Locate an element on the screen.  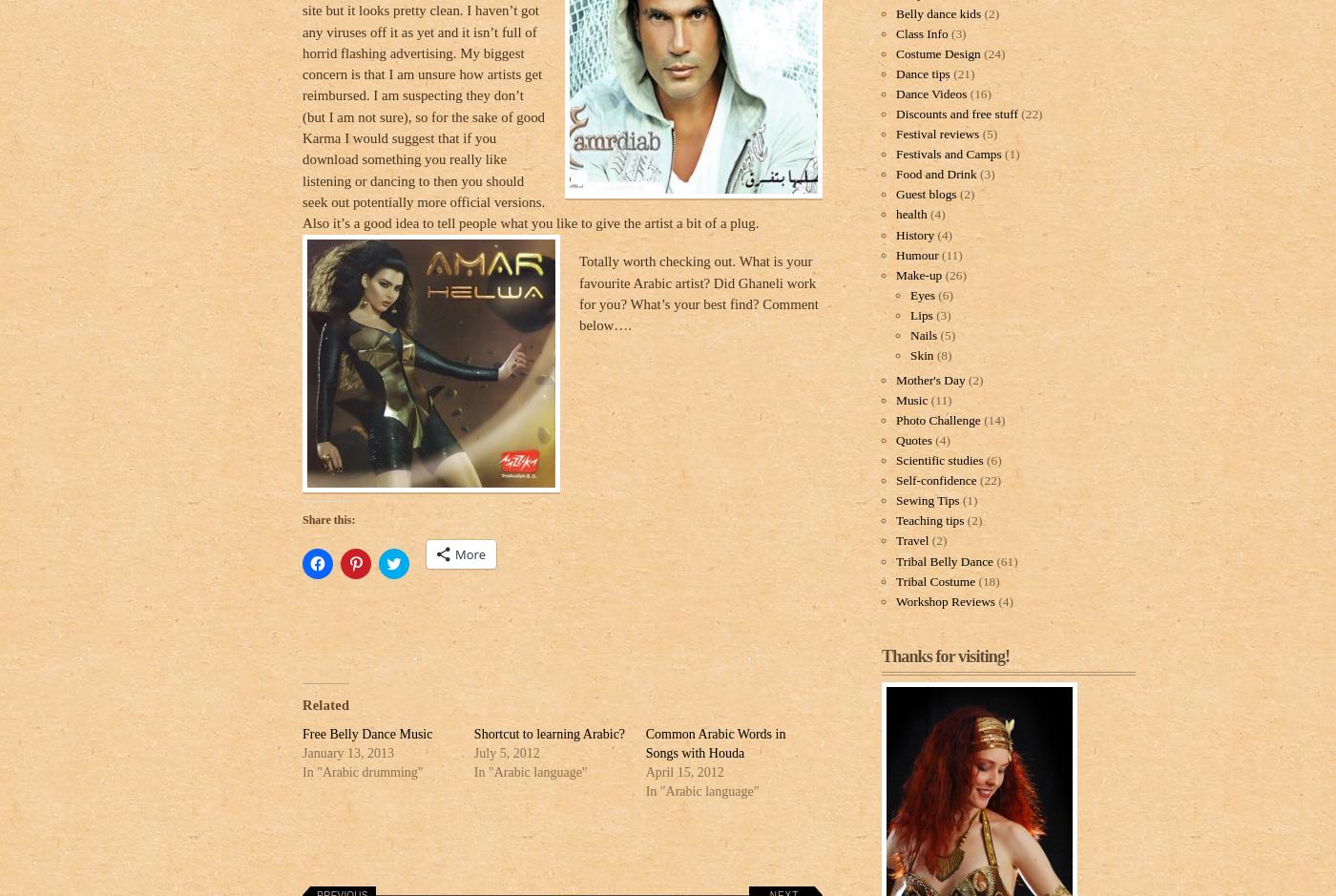
'(61)' is located at coordinates (1005, 560).